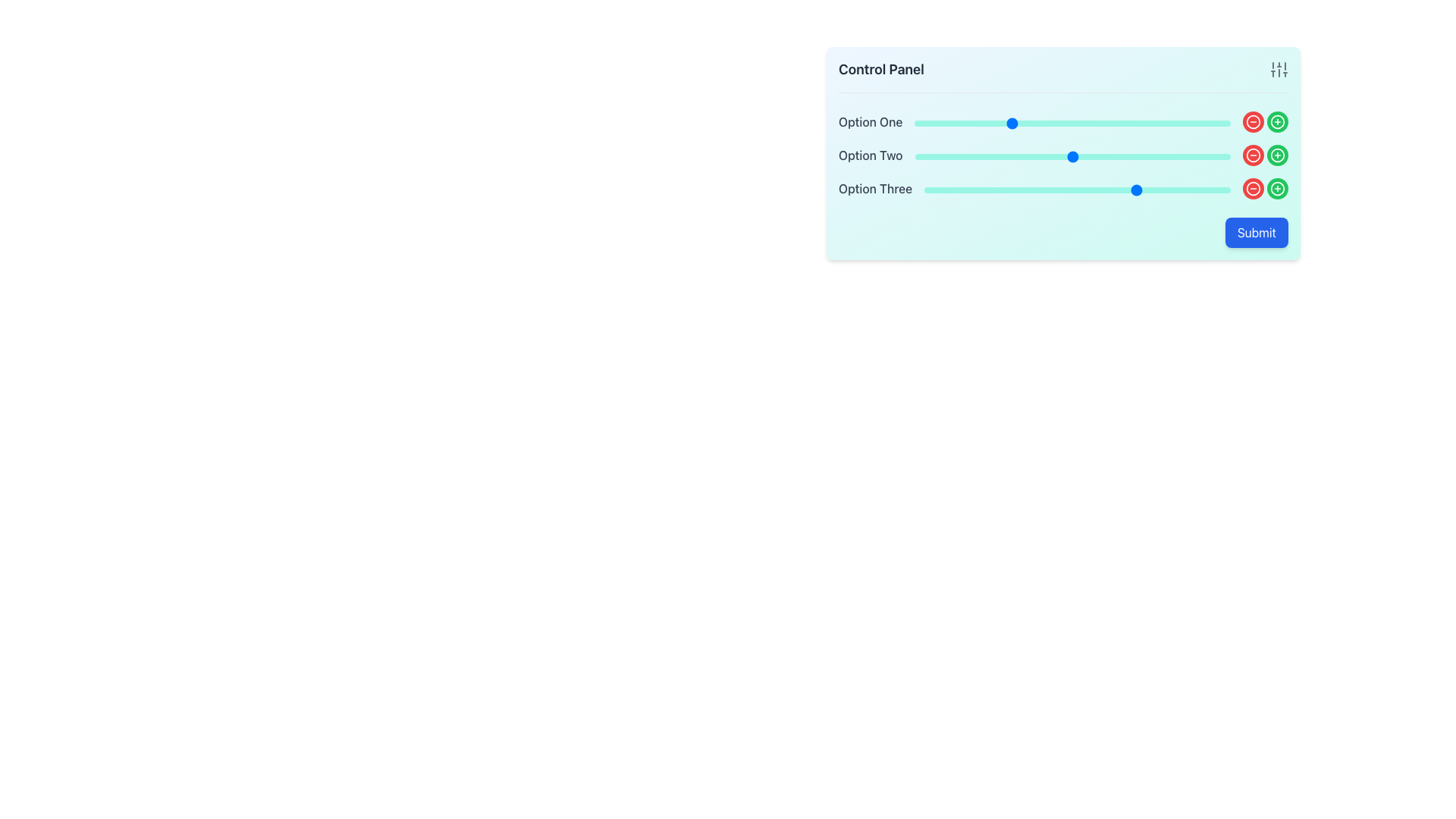 The height and width of the screenshot is (819, 1456). Describe the element at coordinates (1084, 122) in the screenshot. I see `the slider` at that location.